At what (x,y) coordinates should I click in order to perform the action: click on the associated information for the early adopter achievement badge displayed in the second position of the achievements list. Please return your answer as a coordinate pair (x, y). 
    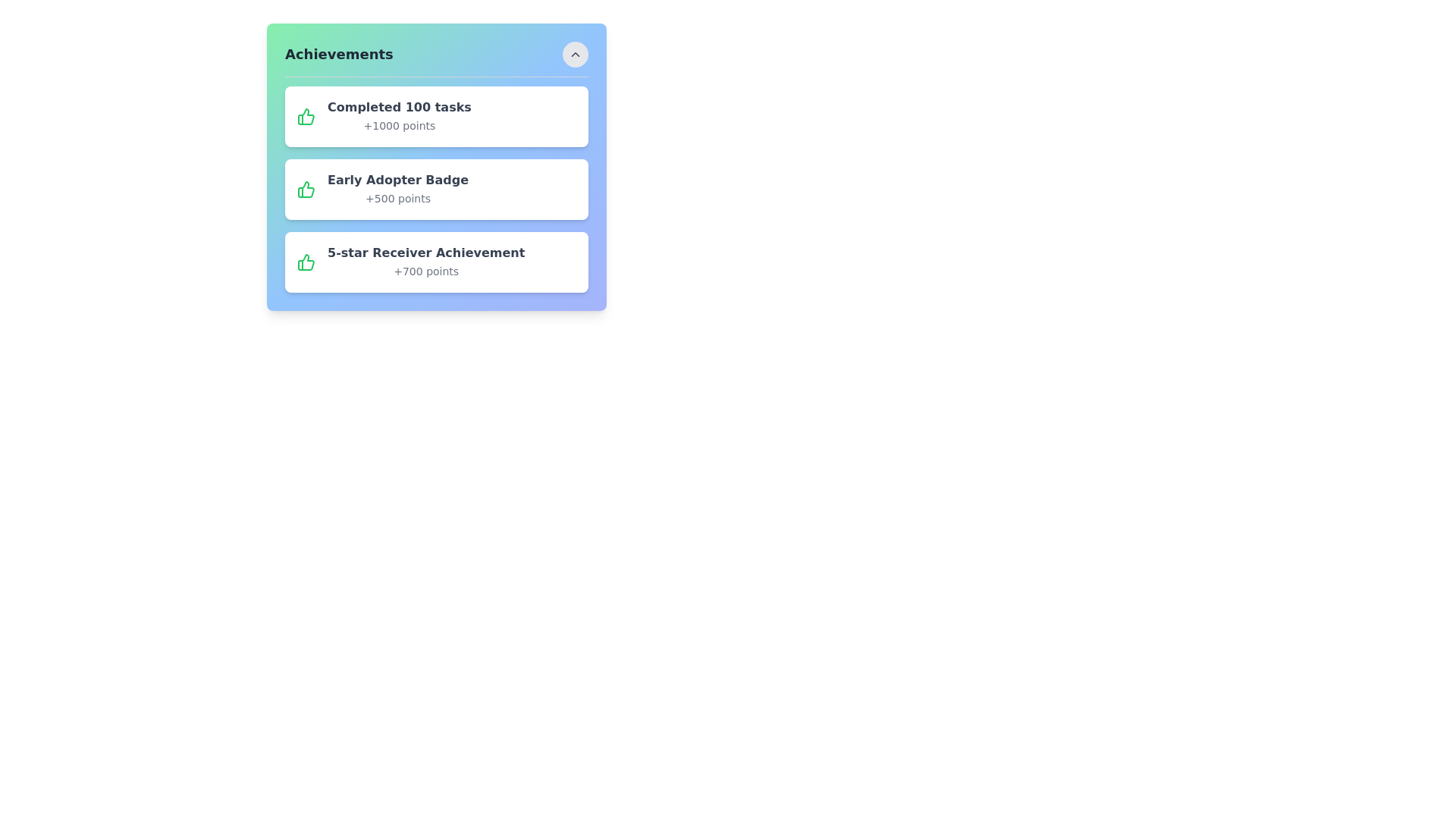
    Looking at the image, I should click on (436, 189).